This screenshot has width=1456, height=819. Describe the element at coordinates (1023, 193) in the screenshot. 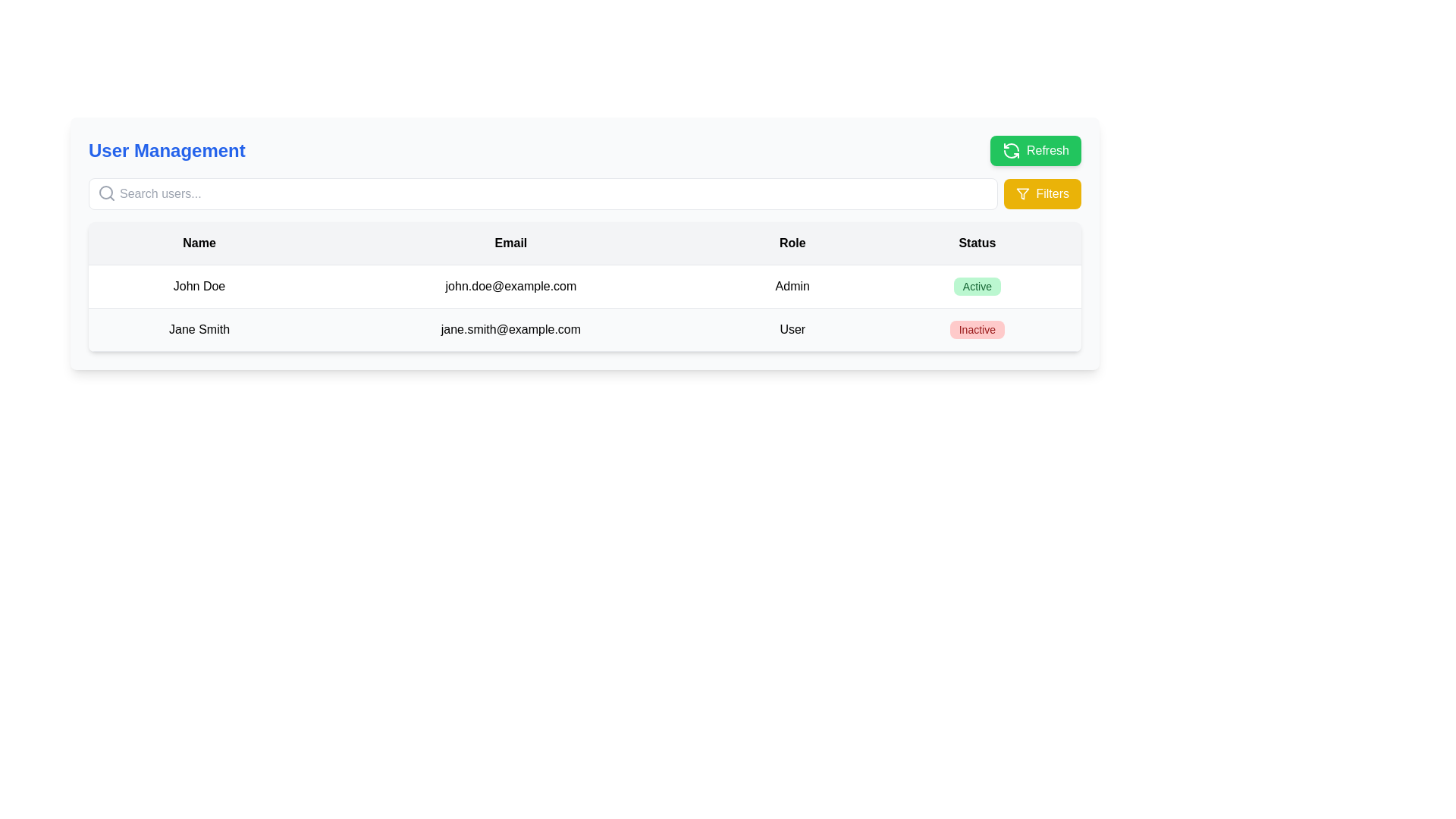

I see `the small, triangular-shaped filter icon next to the word 'Filters' within the yellow button` at that location.